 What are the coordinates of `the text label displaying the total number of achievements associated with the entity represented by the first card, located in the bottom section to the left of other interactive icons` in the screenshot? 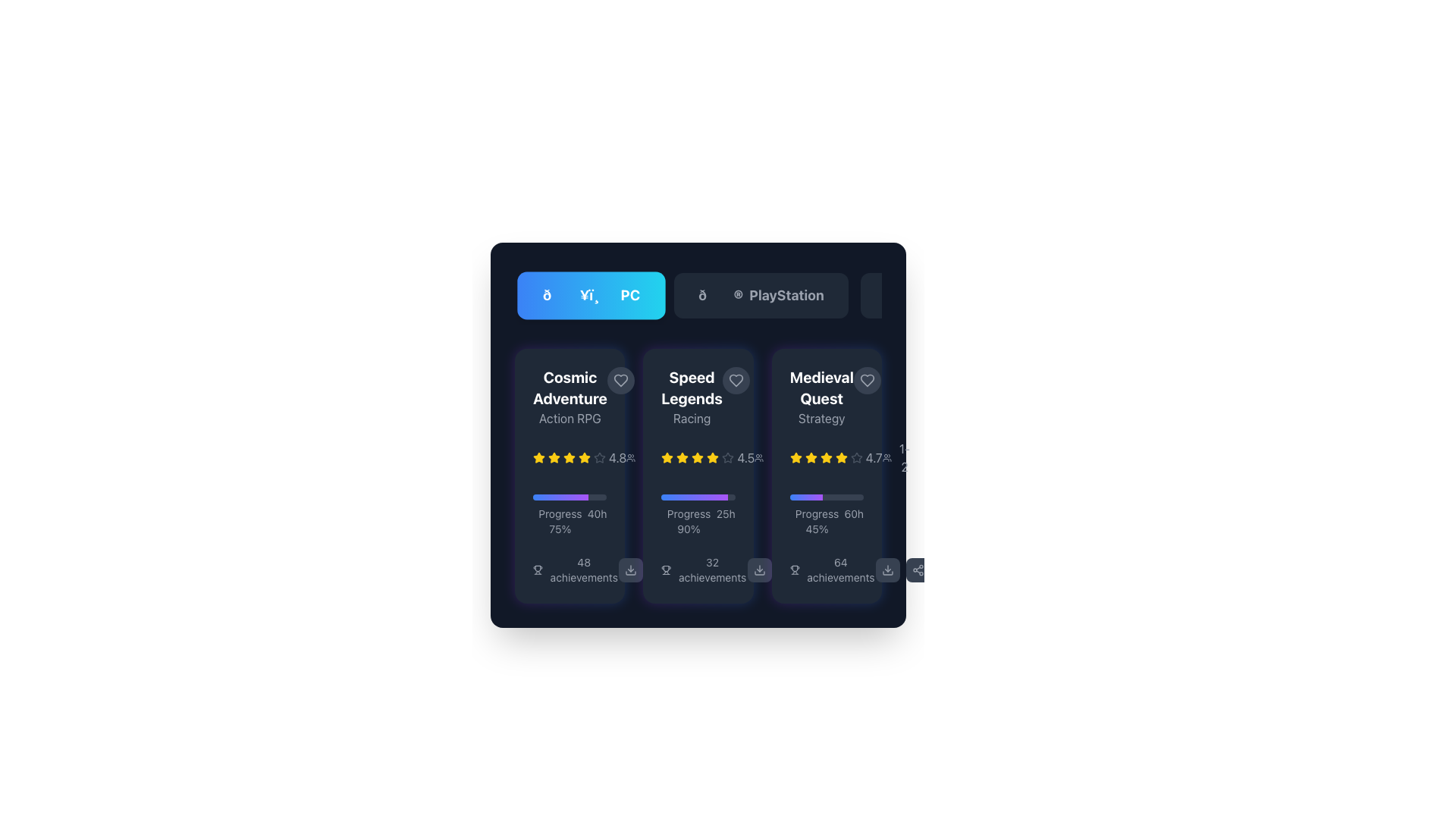 It's located at (575, 570).